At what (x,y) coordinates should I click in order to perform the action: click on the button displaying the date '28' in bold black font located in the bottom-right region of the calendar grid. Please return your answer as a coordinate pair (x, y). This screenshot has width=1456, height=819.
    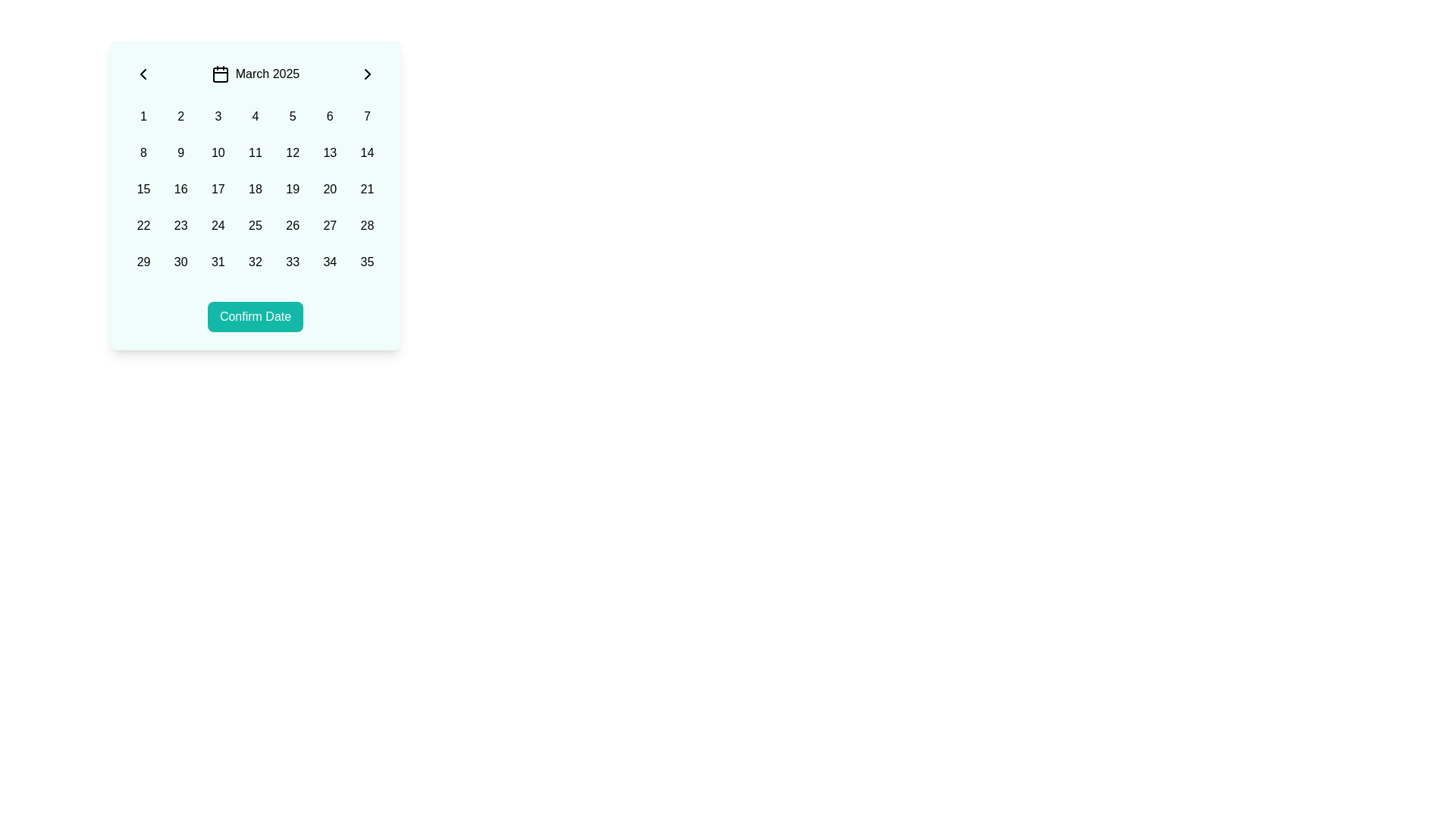
    Looking at the image, I should click on (367, 225).